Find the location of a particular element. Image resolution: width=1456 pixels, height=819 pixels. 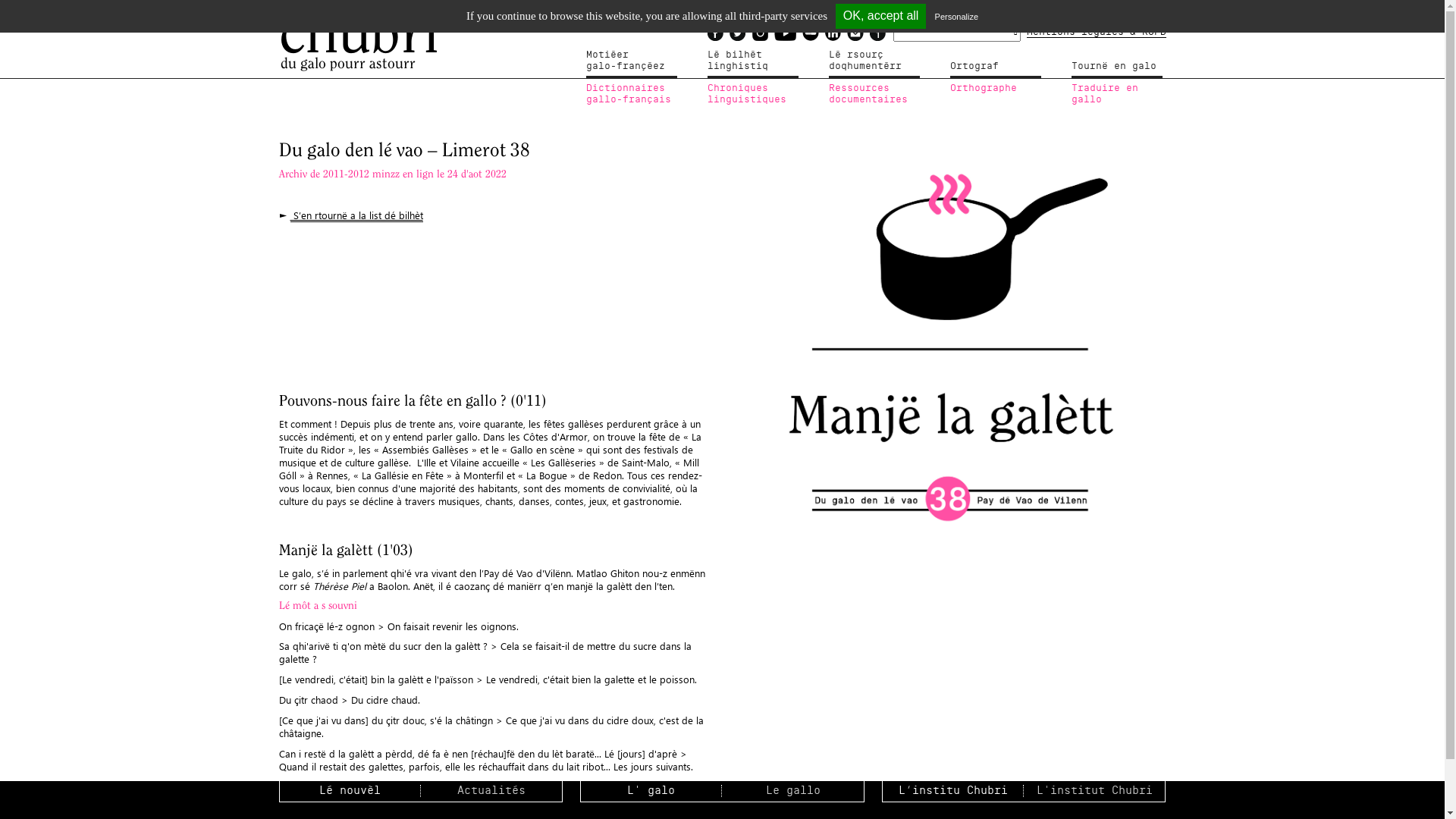

'soundcloud' is located at coordinates (801, 32).